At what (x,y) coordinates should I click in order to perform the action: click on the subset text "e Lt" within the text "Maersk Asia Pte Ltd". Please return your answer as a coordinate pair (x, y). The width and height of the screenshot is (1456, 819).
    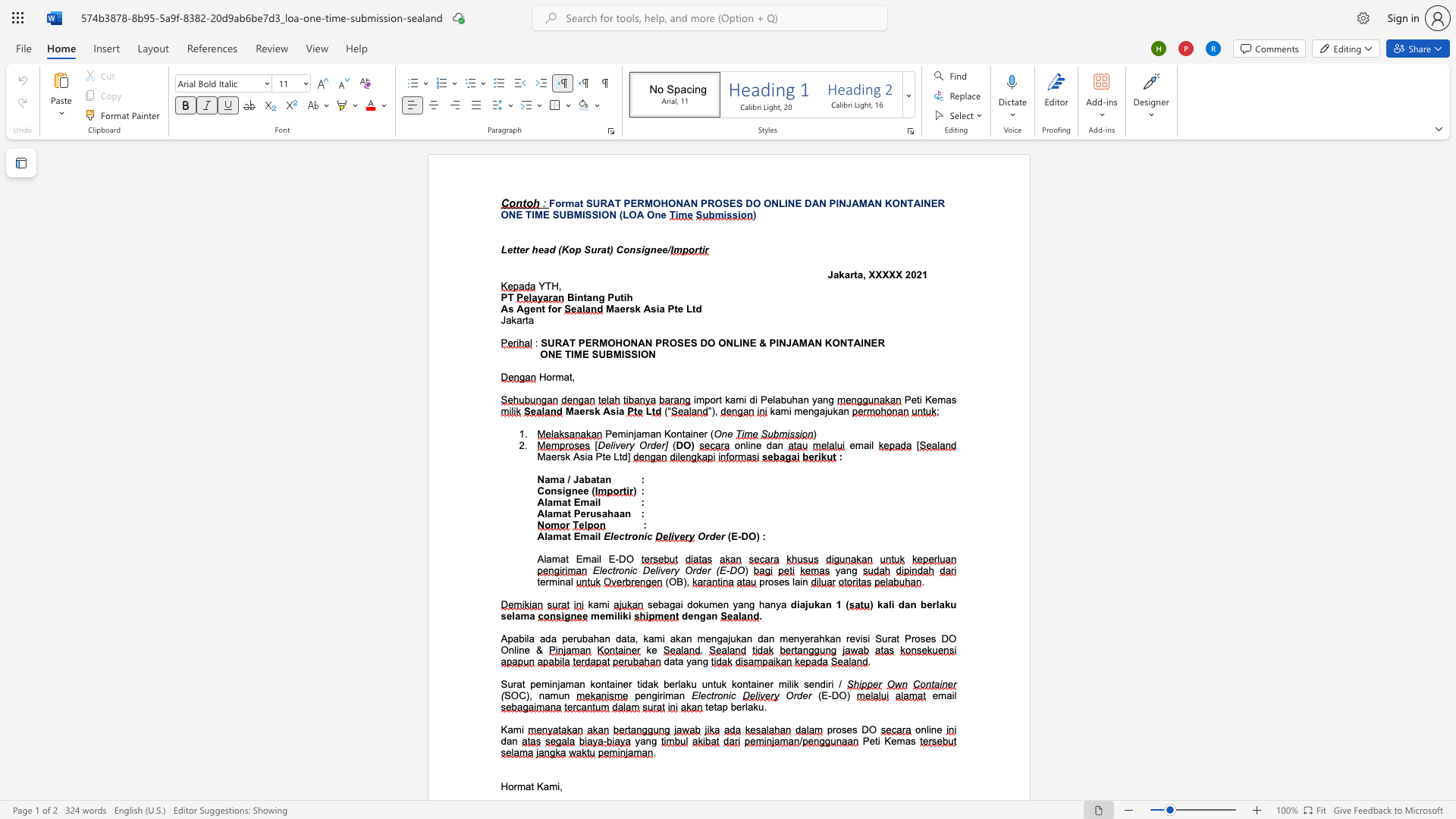
    Looking at the image, I should click on (676, 308).